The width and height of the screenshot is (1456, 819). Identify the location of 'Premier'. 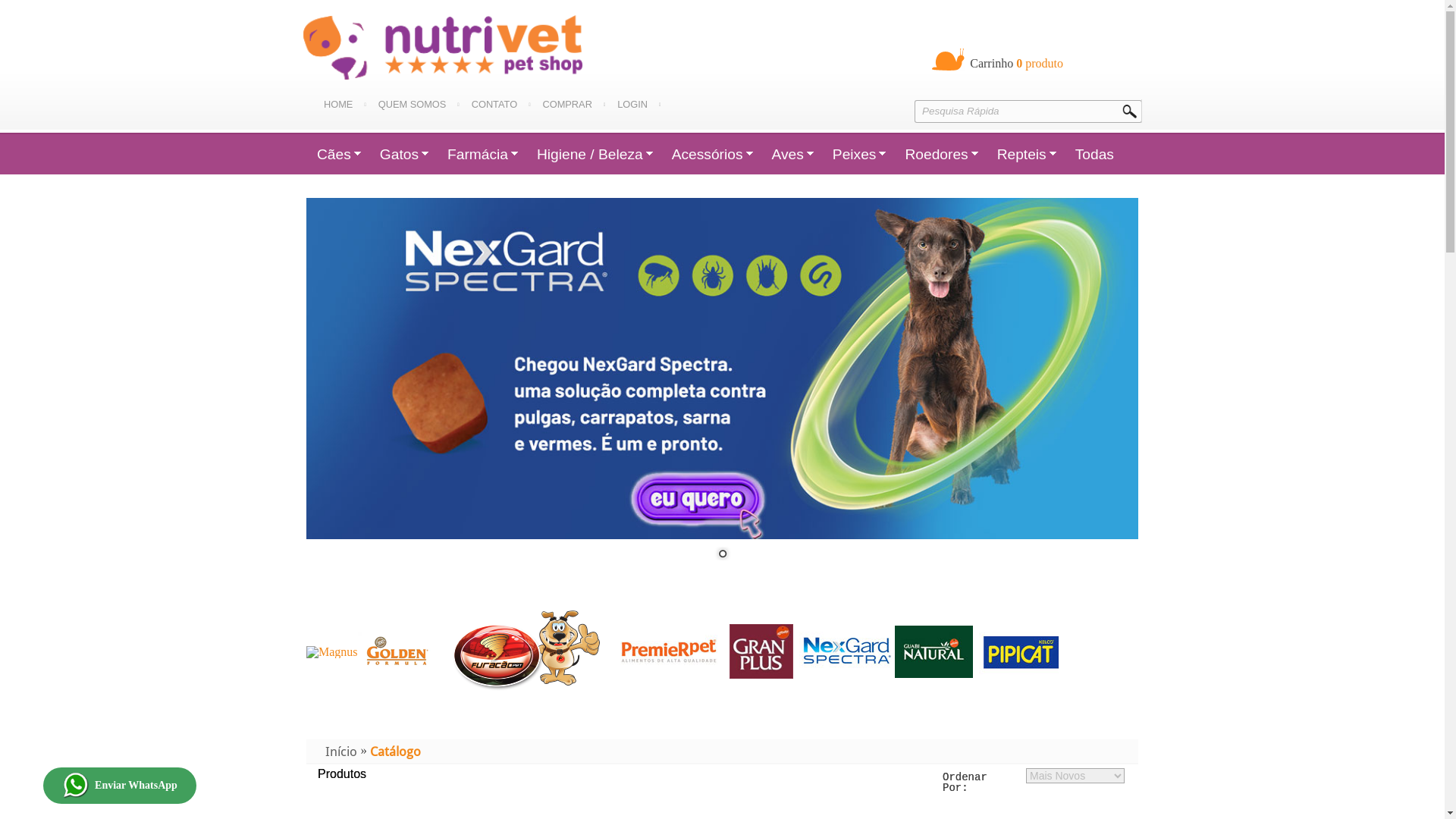
(668, 651).